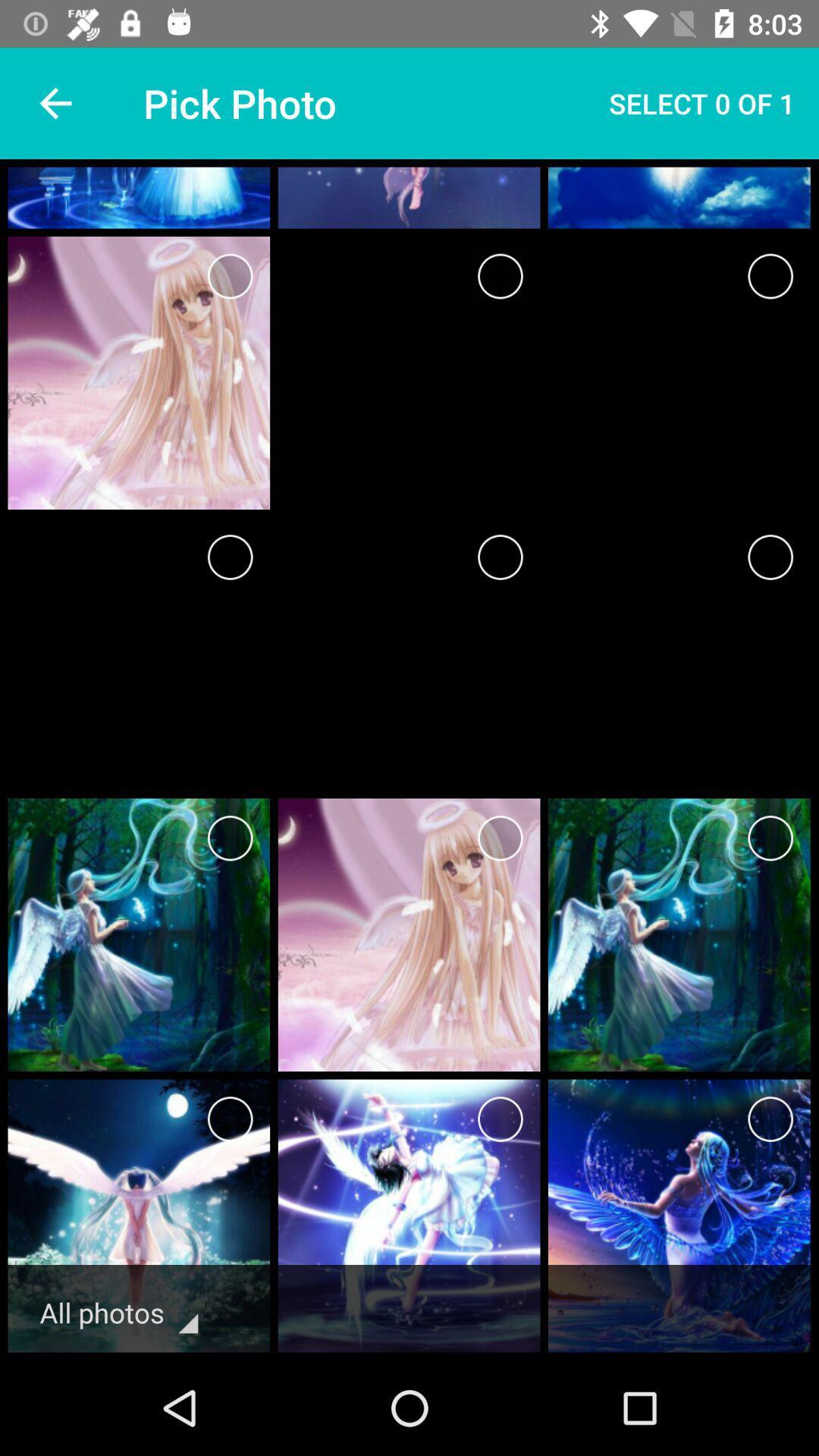  What do you see at coordinates (230, 276) in the screenshot?
I see `click select option` at bounding box center [230, 276].